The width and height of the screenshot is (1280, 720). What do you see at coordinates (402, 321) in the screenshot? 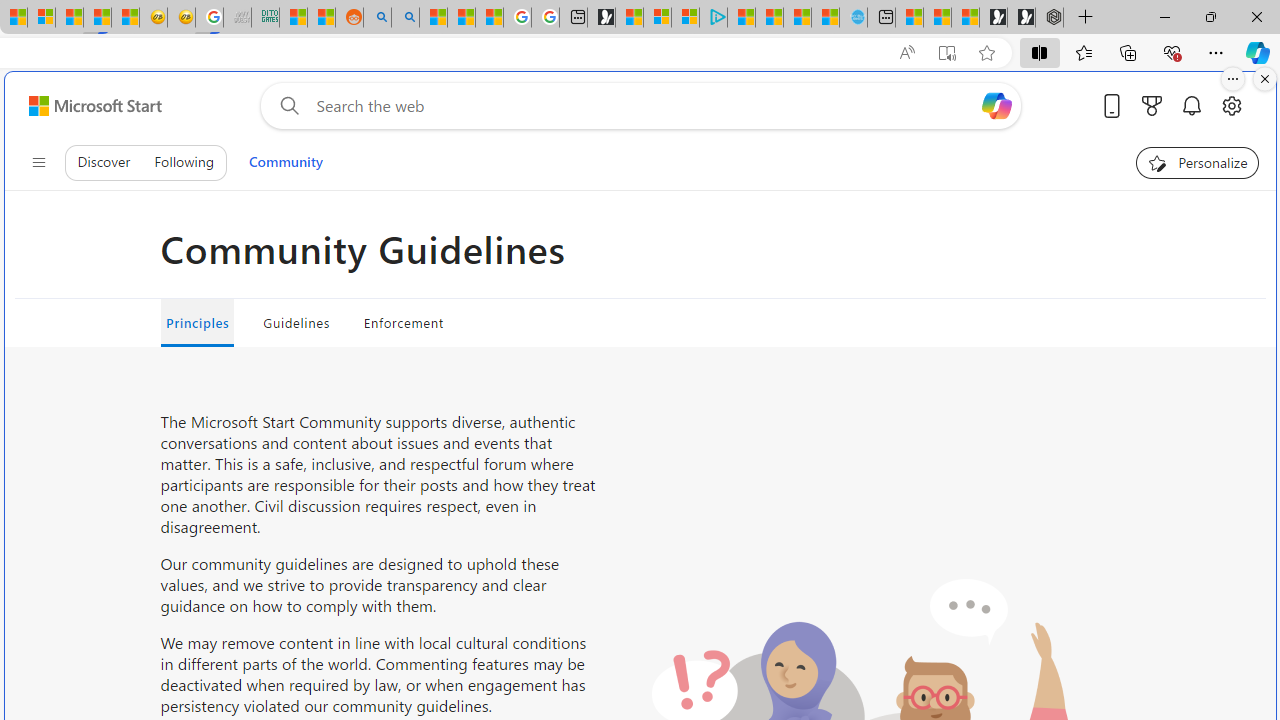
I see `'Enforcement'` at bounding box center [402, 321].